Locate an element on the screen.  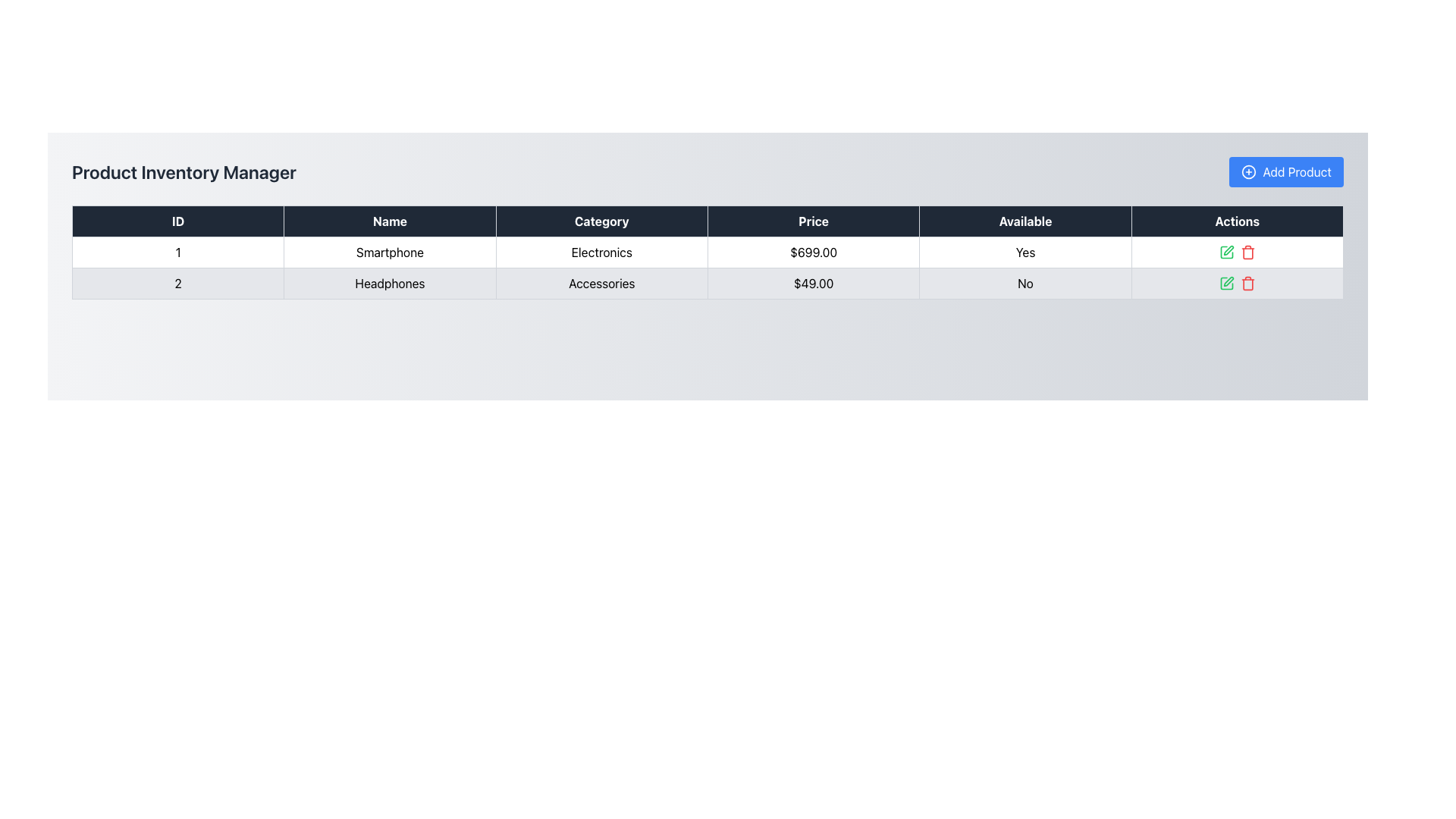
the small green pencil icon located in the 'Actions' column of the second row in the product inventory table is located at coordinates (1228, 249).